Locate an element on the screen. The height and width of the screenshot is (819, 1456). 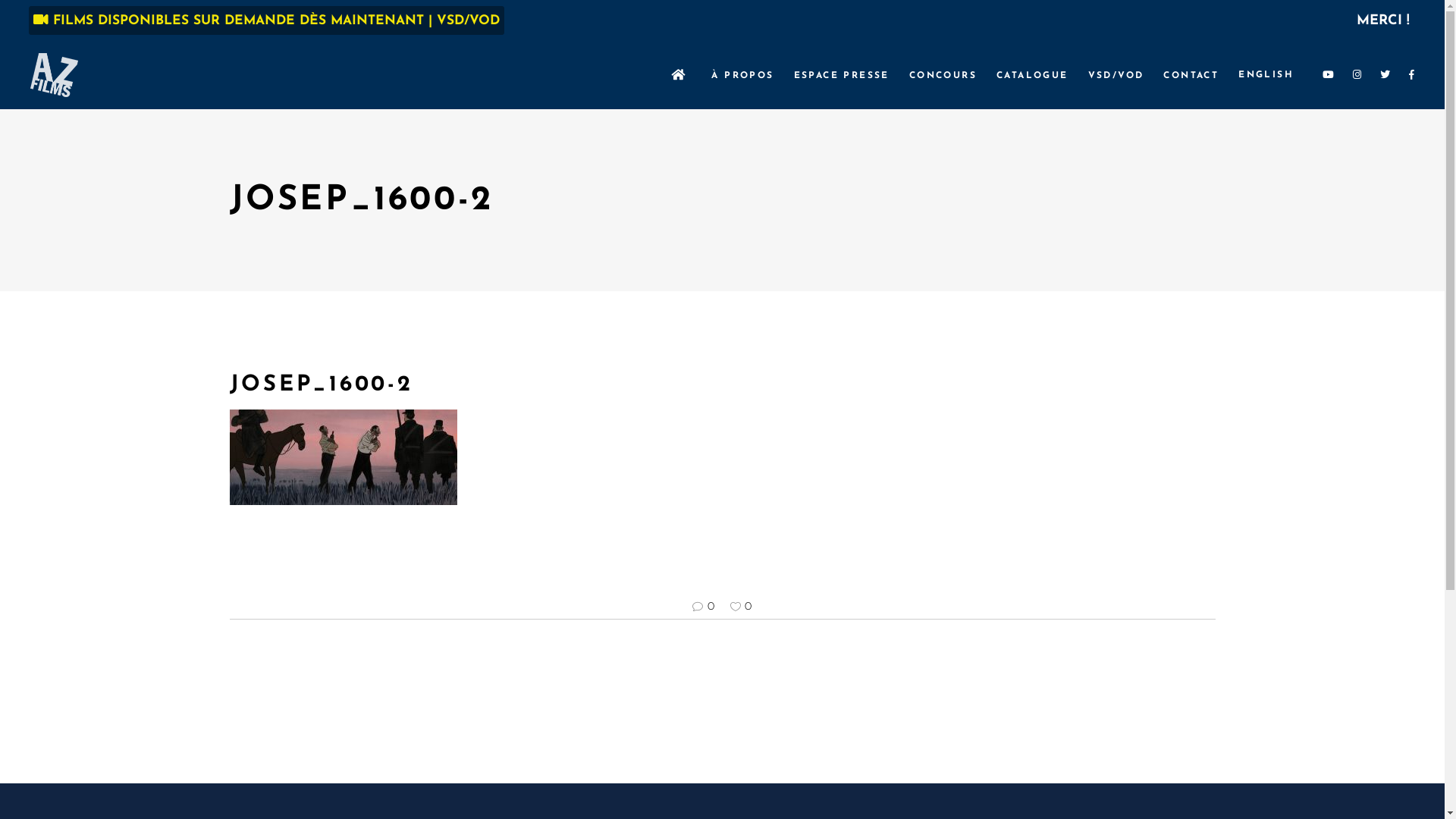
'ESPACE PRESSE' is located at coordinates (840, 75).